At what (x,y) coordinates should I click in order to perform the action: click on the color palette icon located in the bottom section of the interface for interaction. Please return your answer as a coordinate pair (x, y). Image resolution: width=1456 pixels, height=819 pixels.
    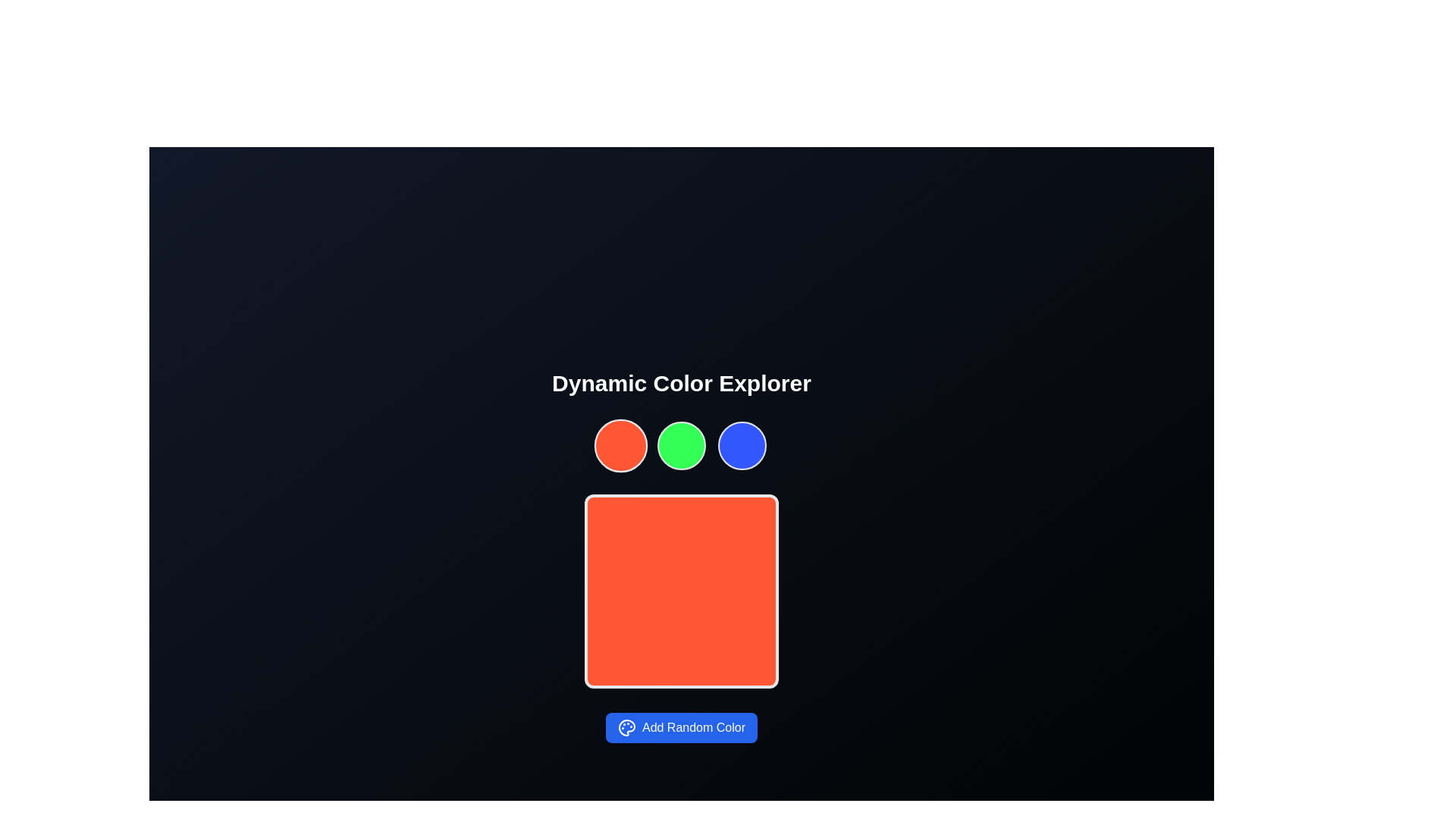
    Looking at the image, I should click on (626, 727).